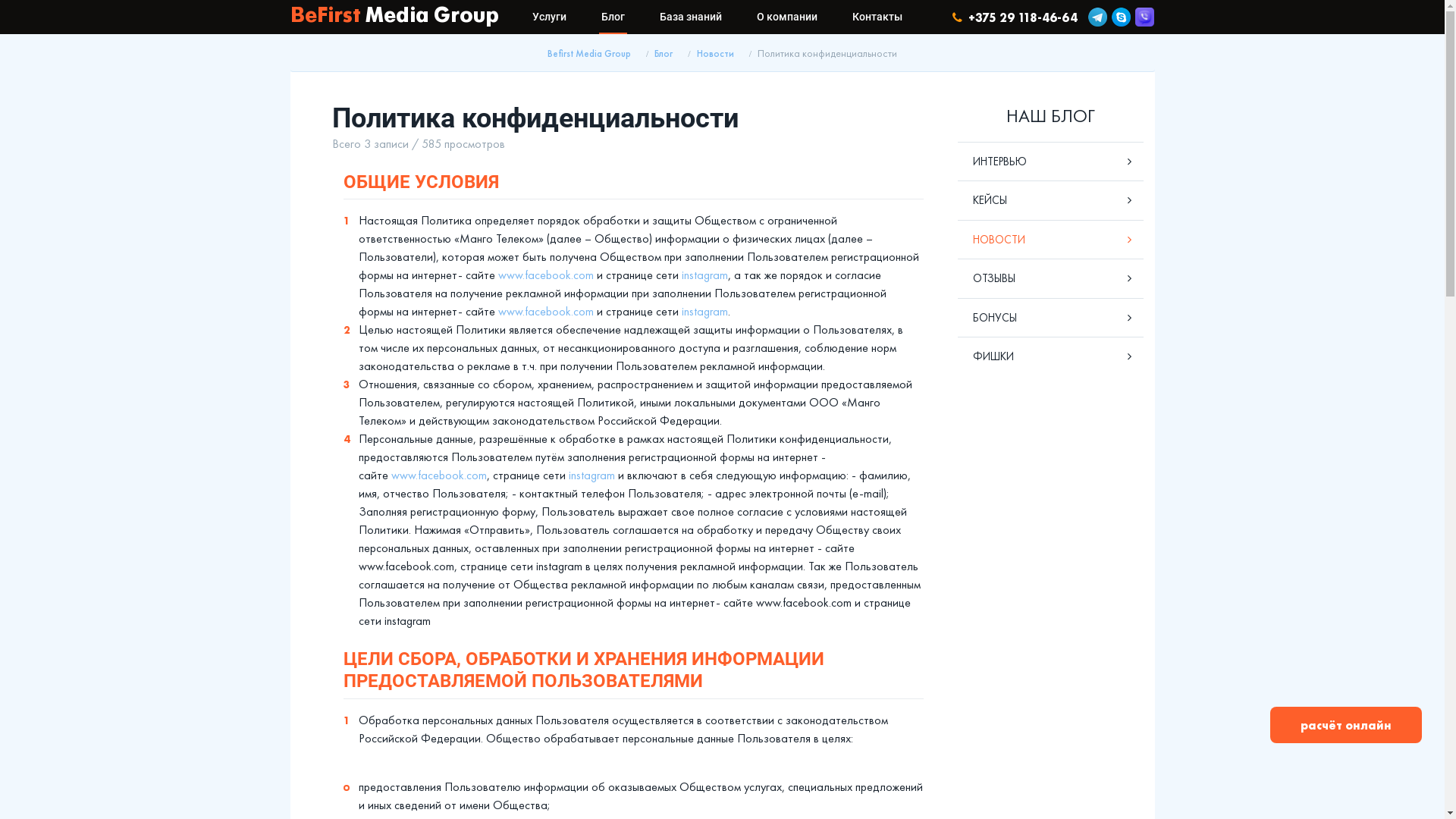 This screenshot has width=1456, height=819. Describe the element at coordinates (703, 275) in the screenshot. I see `'instagram'` at that location.